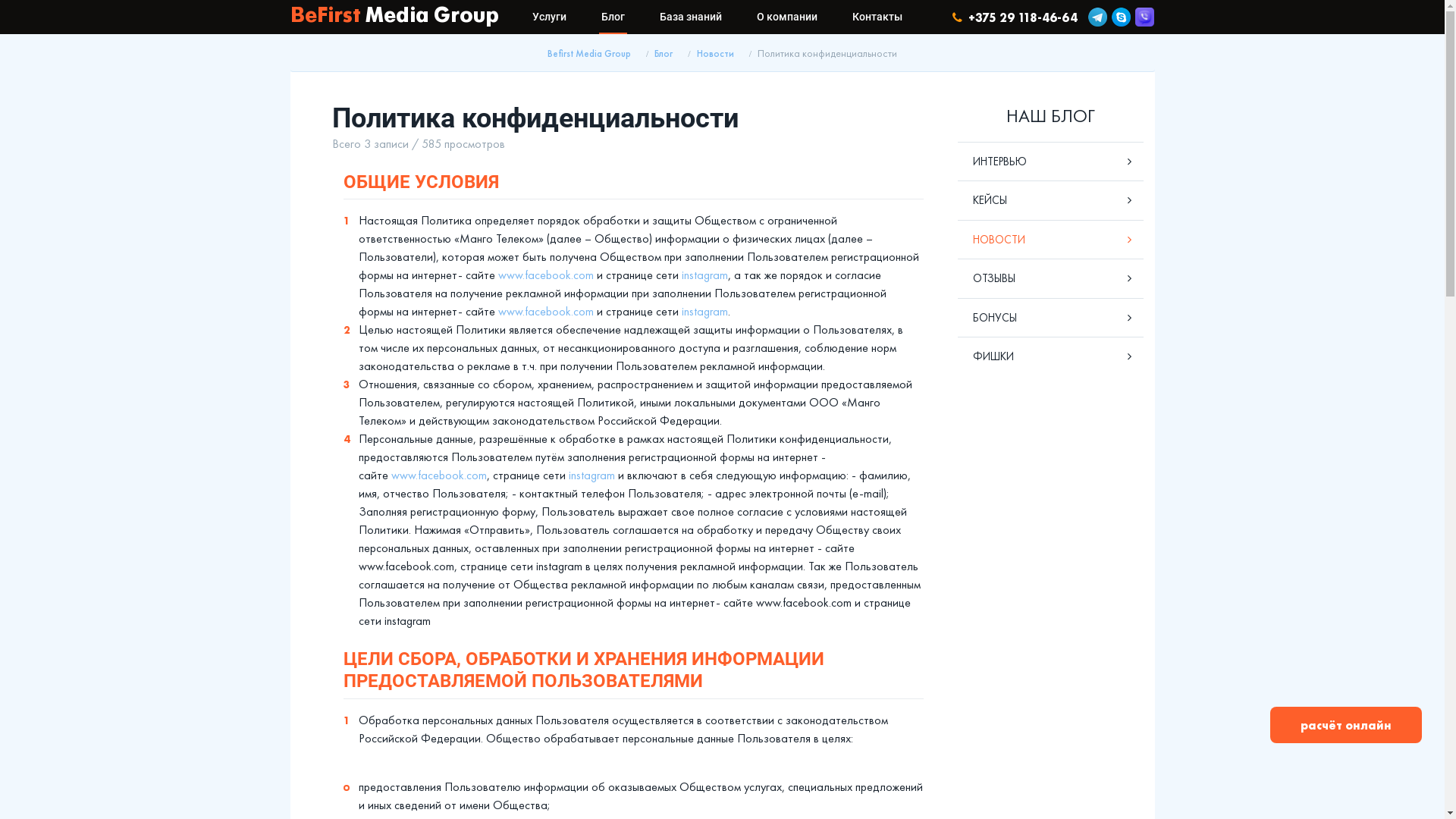 This screenshot has width=1456, height=819. Describe the element at coordinates (703, 275) in the screenshot. I see `'instagram'` at that location.